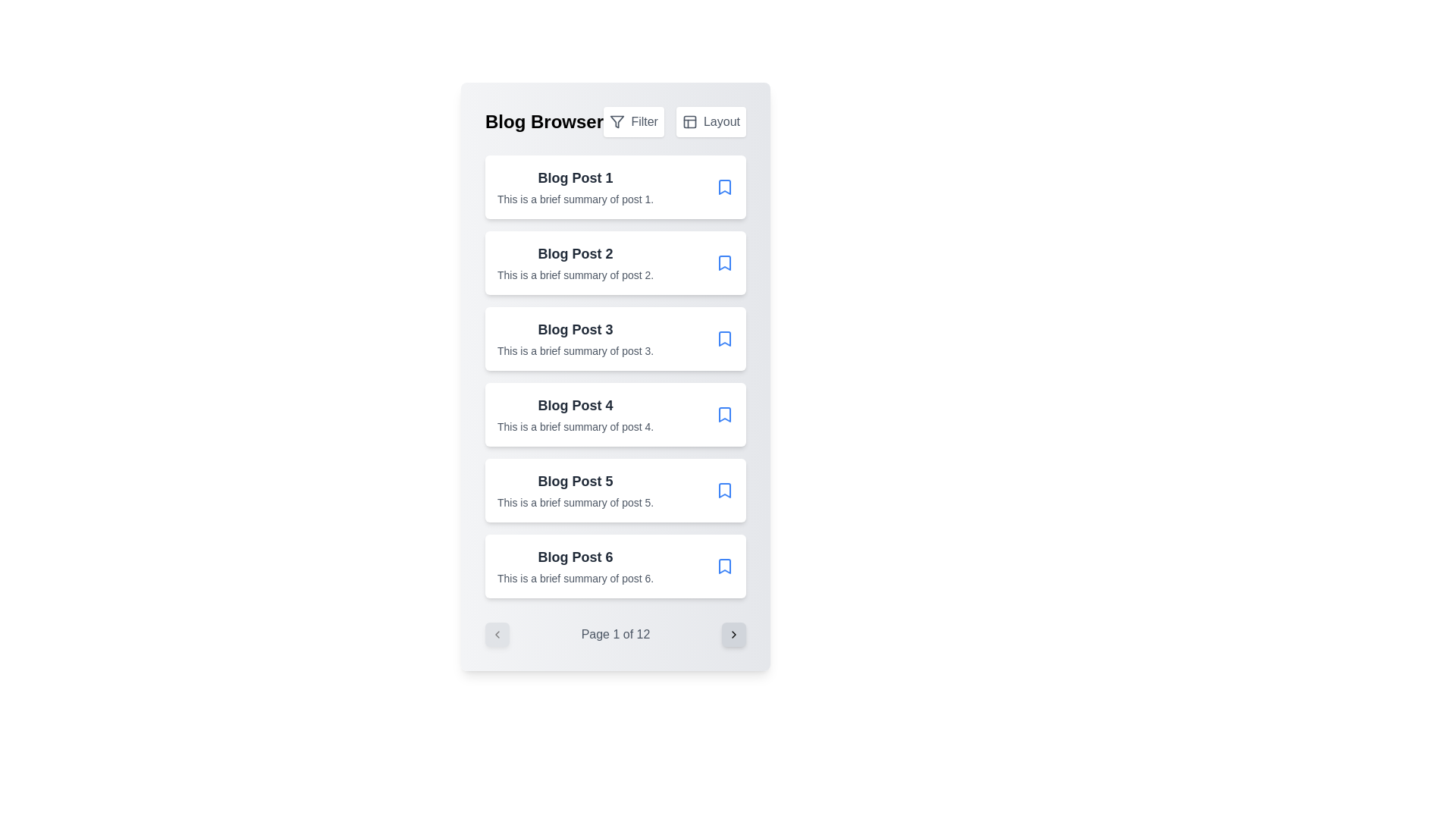  I want to click on the layout configuration icon located inside the 'Layout' button in the top-right corner of the 'Blog Browser' interface, so click(689, 121).